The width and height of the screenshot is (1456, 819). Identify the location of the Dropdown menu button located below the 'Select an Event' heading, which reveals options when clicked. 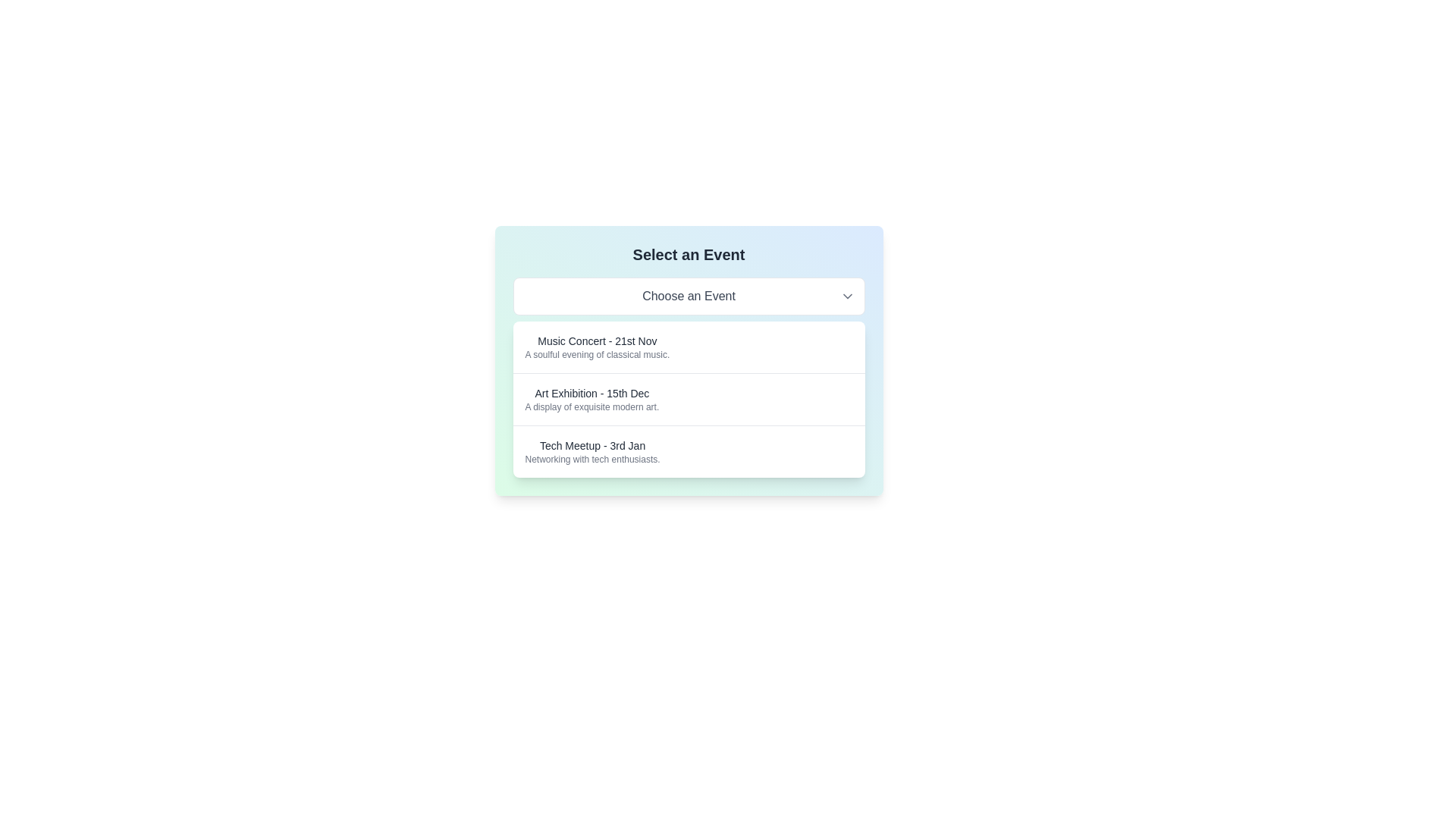
(688, 296).